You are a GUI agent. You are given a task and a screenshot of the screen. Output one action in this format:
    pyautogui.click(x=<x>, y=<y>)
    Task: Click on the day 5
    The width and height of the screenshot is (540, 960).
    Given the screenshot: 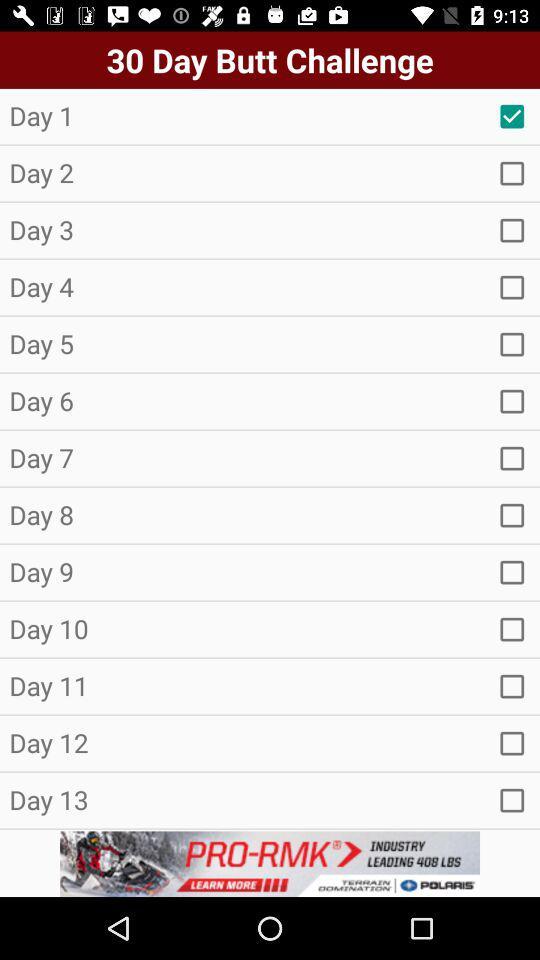 What is the action you would take?
    pyautogui.click(x=512, y=344)
    